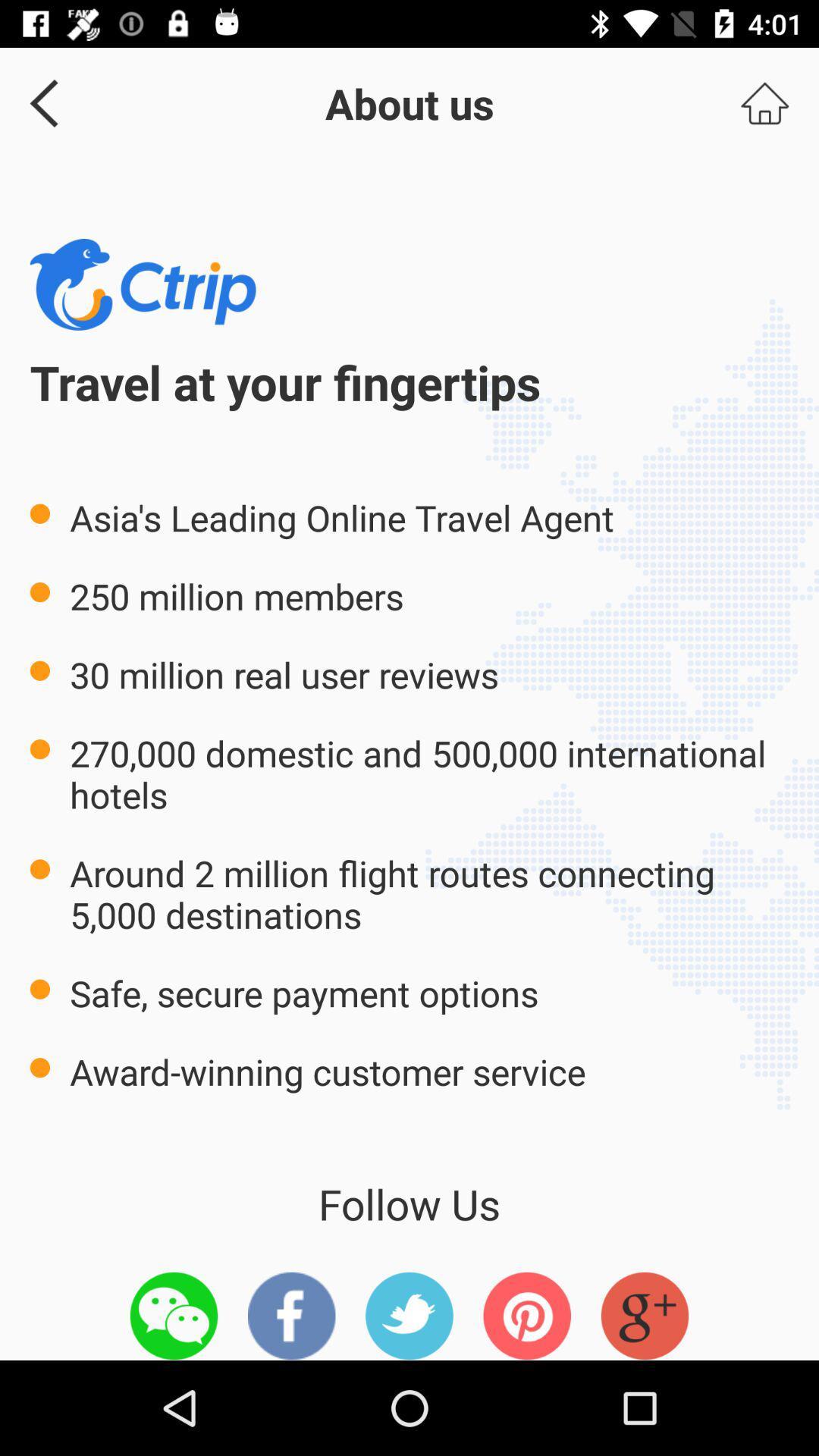 This screenshot has height=1456, width=819. What do you see at coordinates (764, 102) in the screenshot?
I see `takes user to homepage` at bounding box center [764, 102].